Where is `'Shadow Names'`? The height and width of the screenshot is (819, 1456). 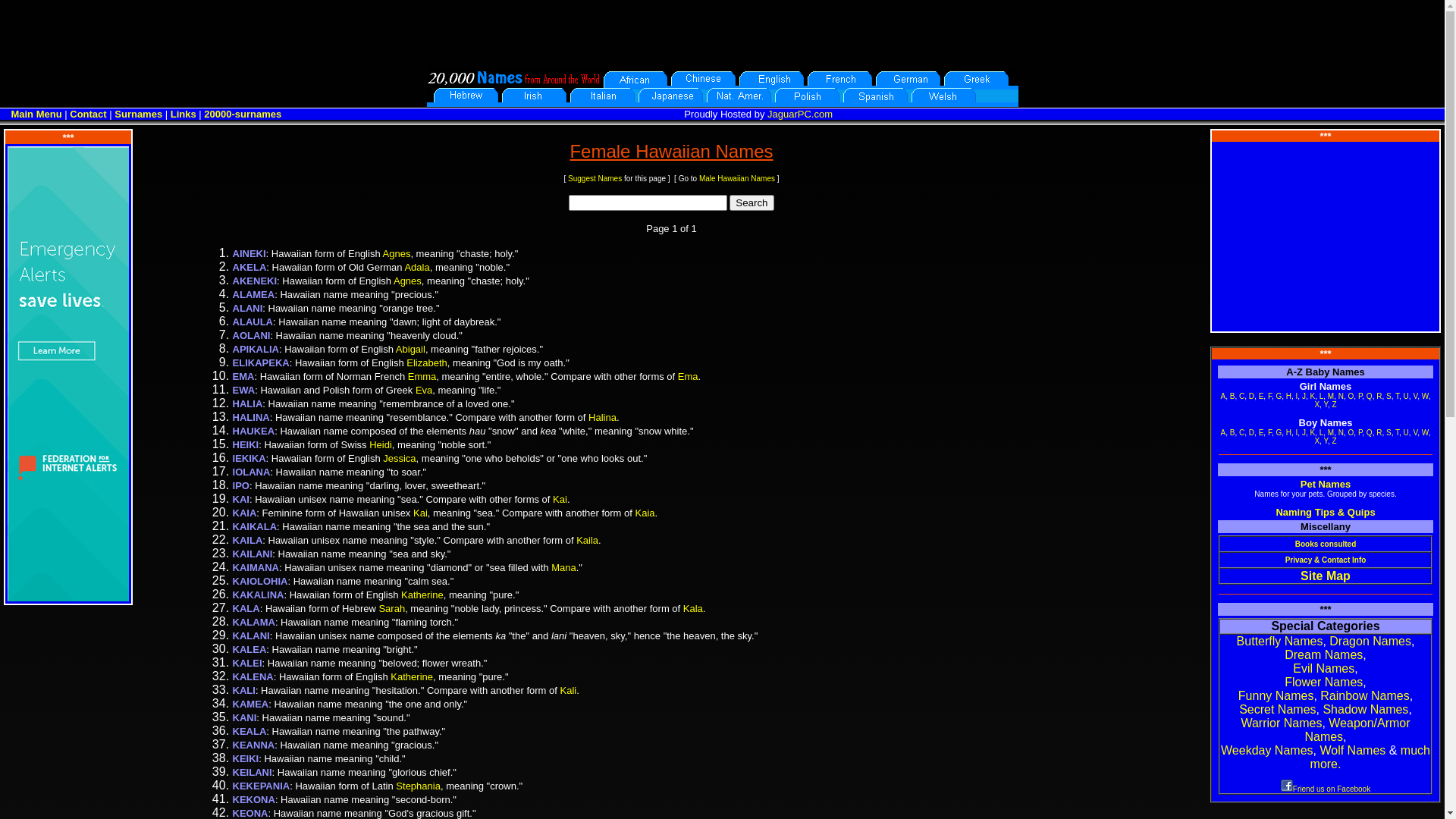 'Shadow Names' is located at coordinates (1365, 709).